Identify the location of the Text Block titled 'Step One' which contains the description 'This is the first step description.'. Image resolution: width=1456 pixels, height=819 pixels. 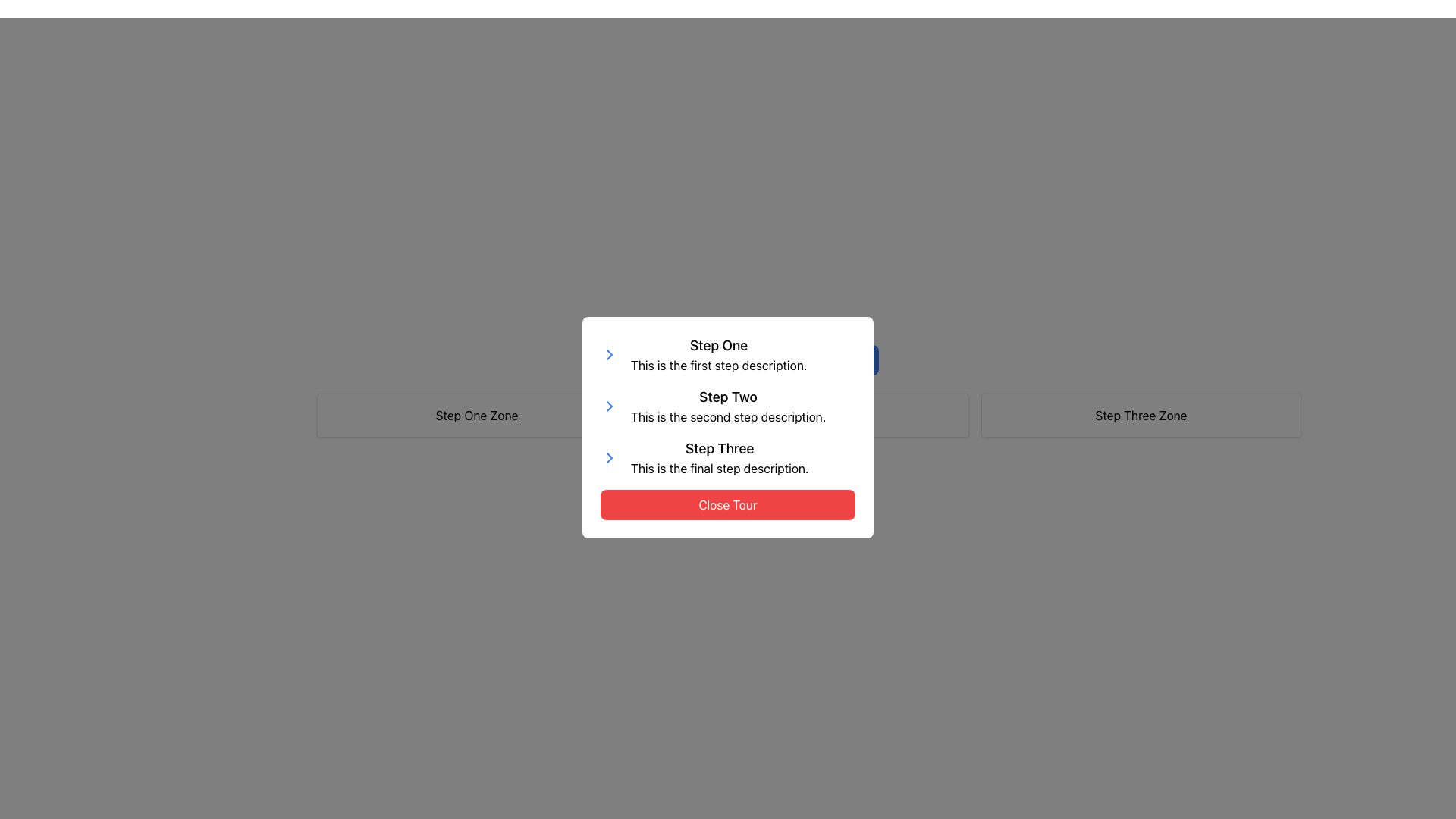
(718, 354).